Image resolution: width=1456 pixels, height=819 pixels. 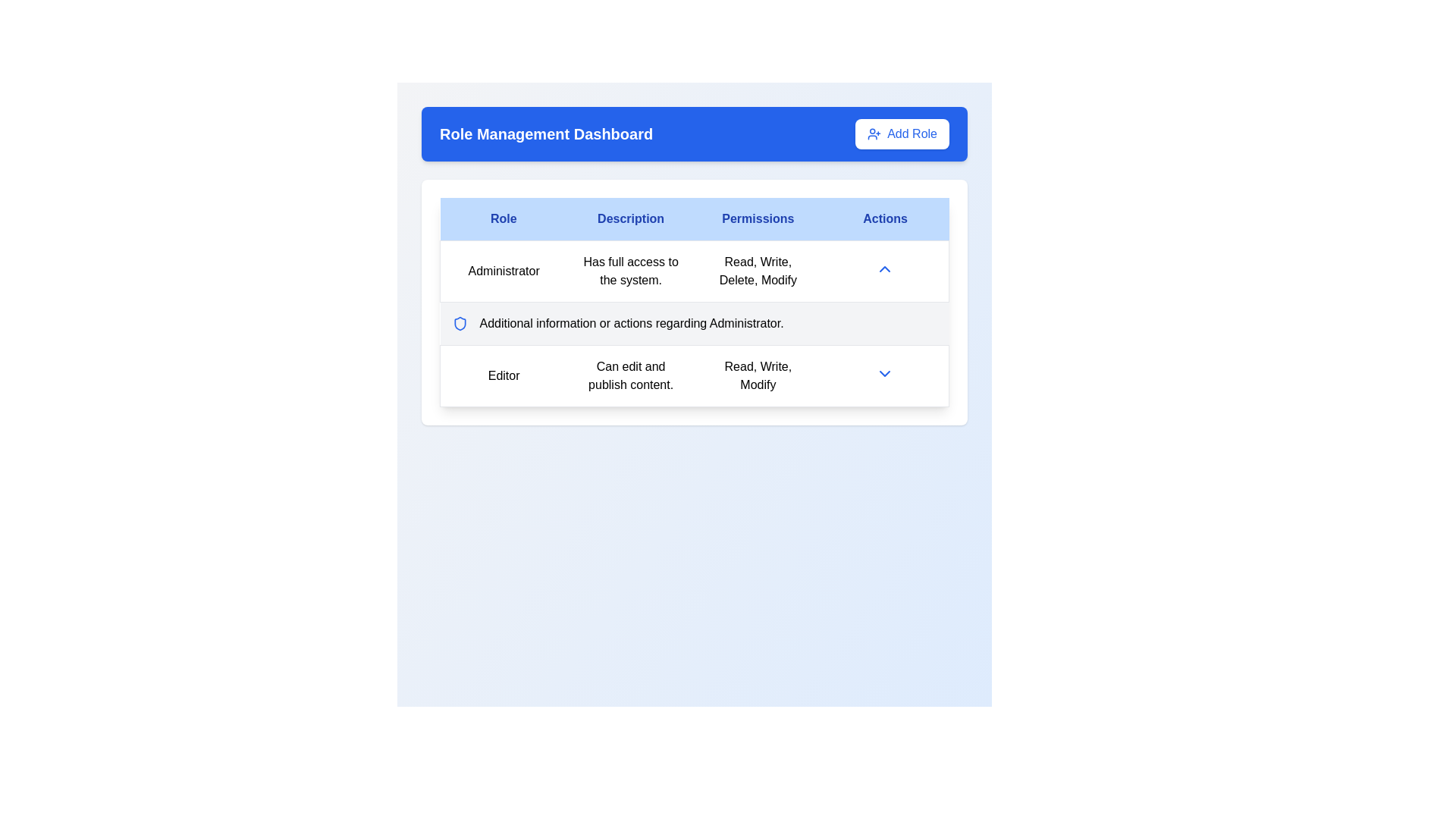 What do you see at coordinates (694, 323) in the screenshot?
I see `informational label containing the text 'Additional information or actions regarding Administrator.' which is located below the main details of the 'Administrator' role in the 'Role Management Dashboard' table` at bounding box center [694, 323].